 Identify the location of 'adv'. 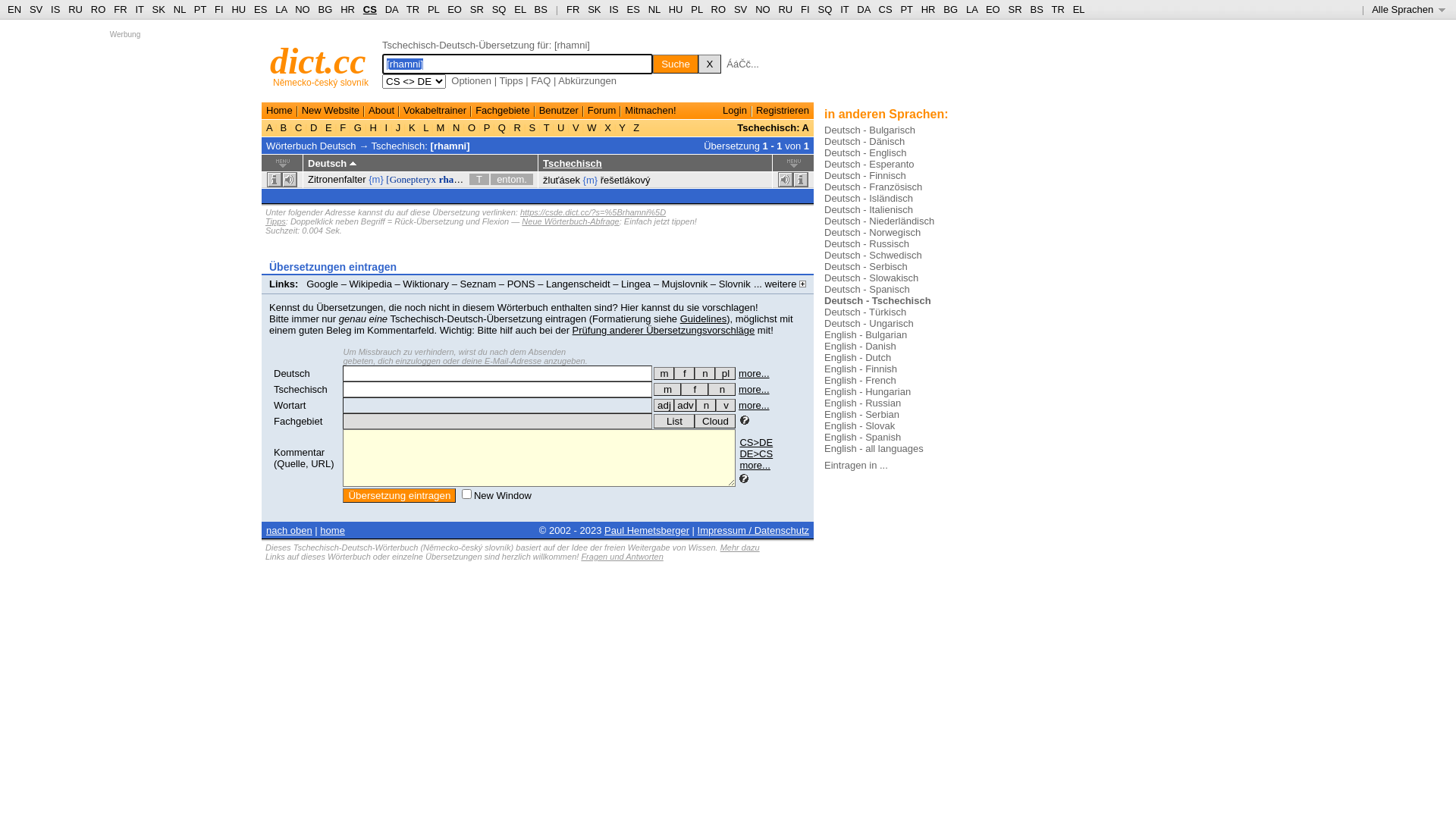
(684, 404).